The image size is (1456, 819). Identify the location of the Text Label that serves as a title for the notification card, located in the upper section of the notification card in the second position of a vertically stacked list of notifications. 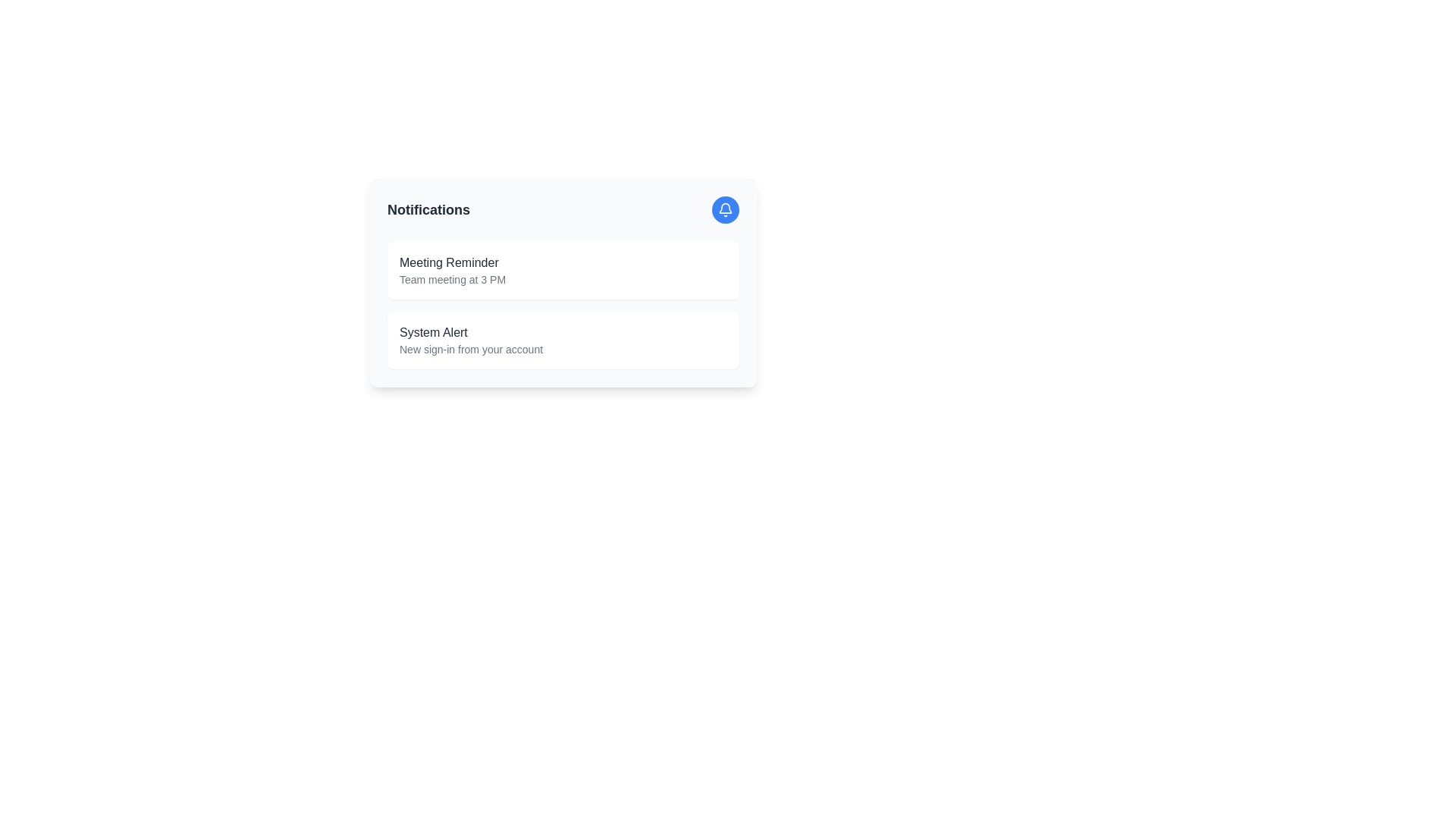
(432, 332).